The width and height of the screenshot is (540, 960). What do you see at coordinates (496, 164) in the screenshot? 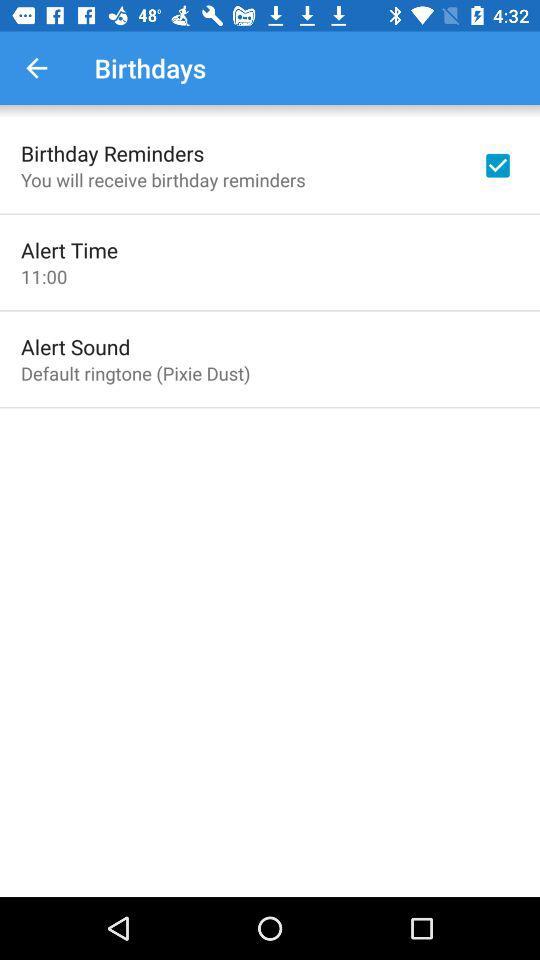
I see `icon to the right of the you will receive icon` at bounding box center [496, 164].